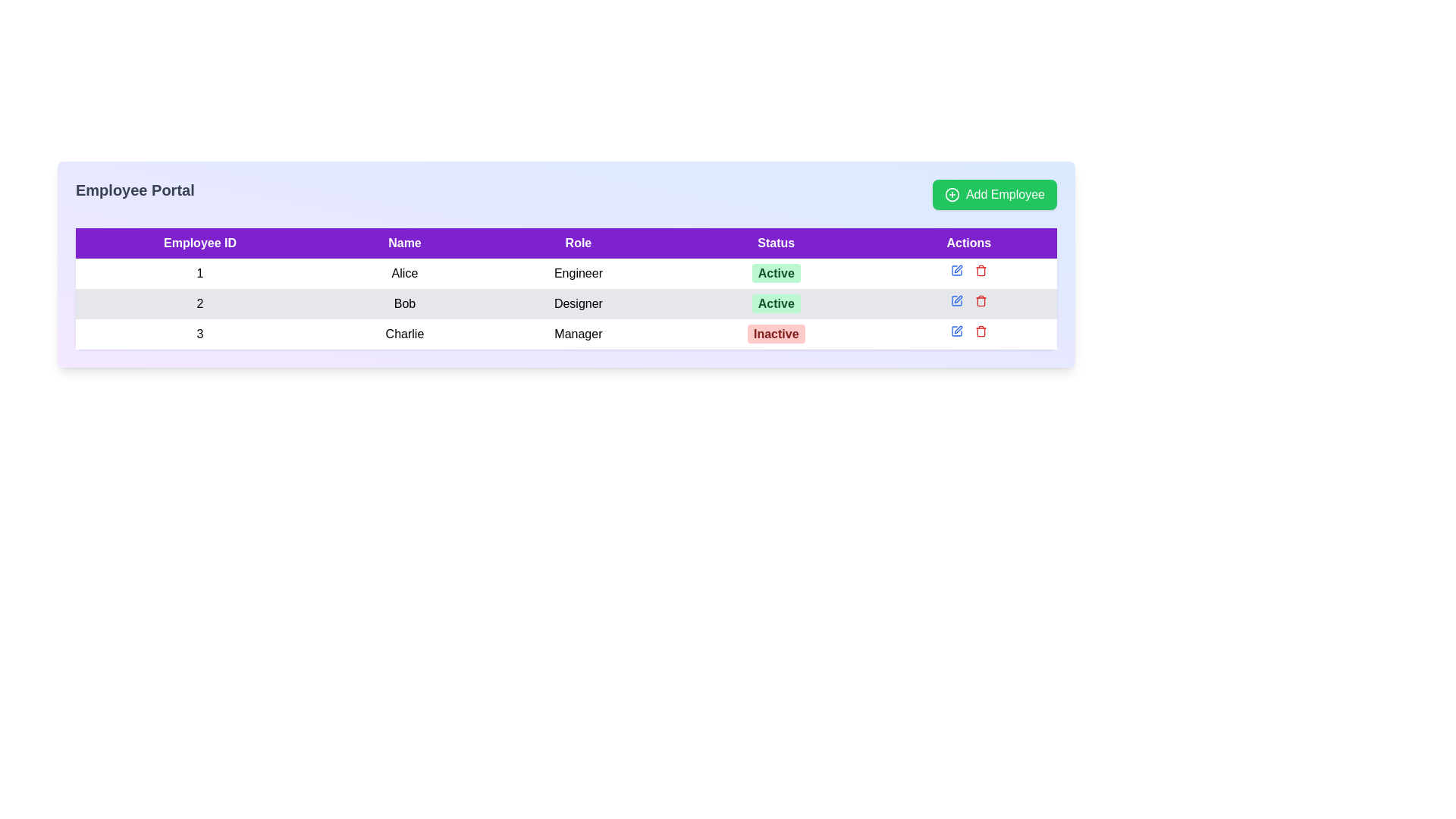 The image size is (1456, 819). What do you see at coordinates (578, 274) in the screenshot?
I see `the text label 'Engineer' located in the first row of the 'Role' column in the employee data table for Alice` at bounding box center [578, 274].